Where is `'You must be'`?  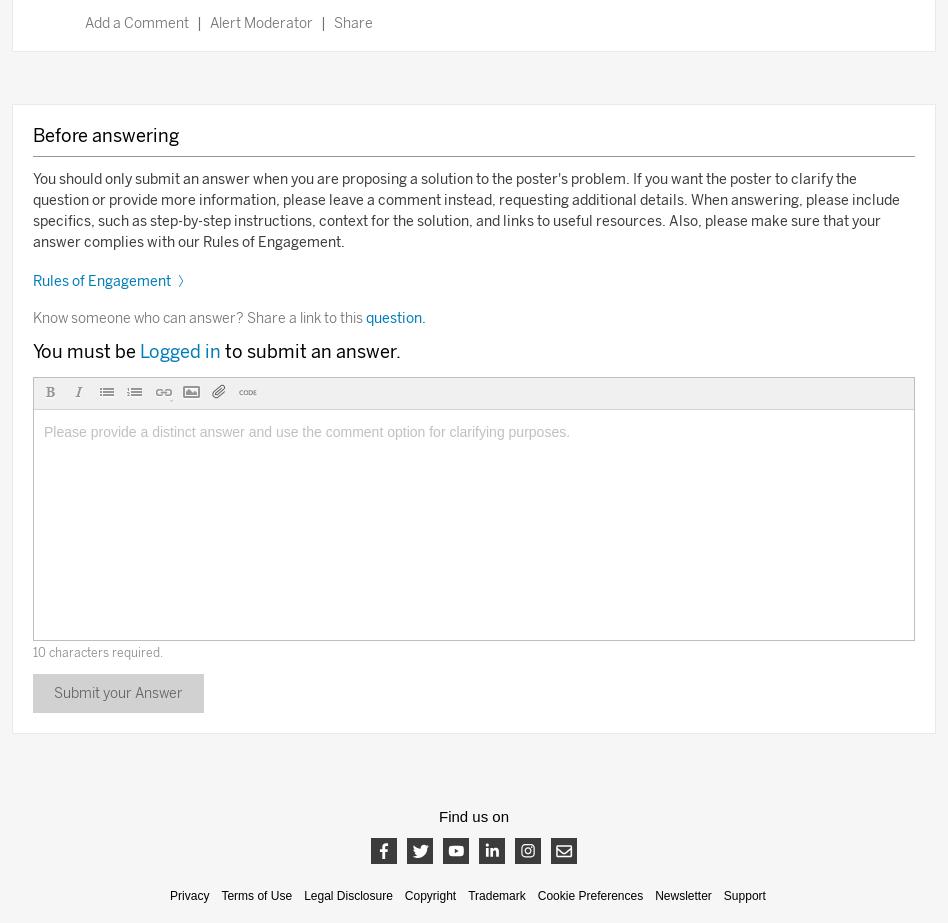 'You must be' is located at coordinates (86, 352).